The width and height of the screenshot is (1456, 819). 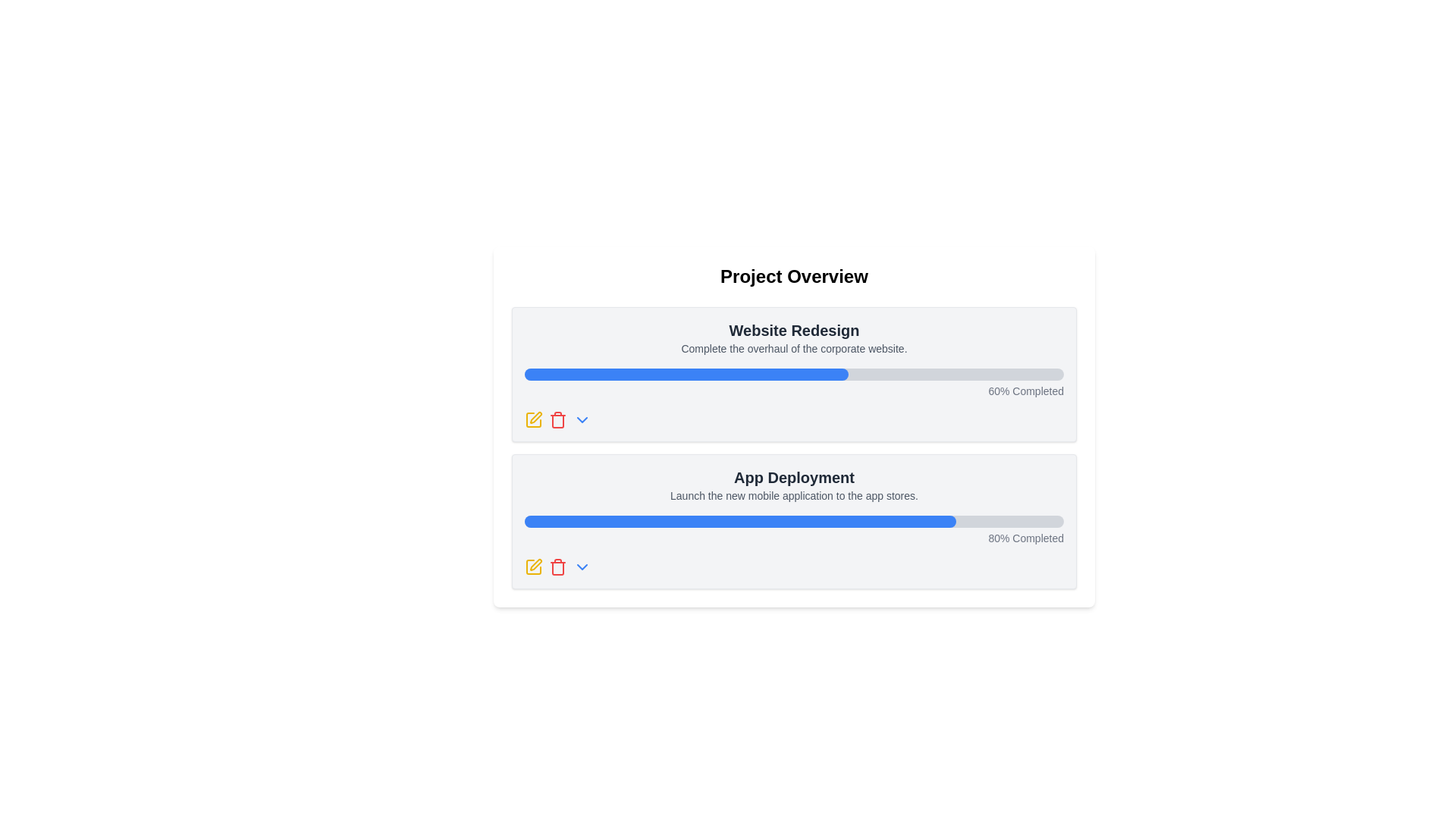 What do you see at coordinates (534, 420) in the screenshot?
I see `the square icon with a yellow outline and a pen icon, located below the 'Website Redesign' header, next to the progress bar` at bounding box center [534, 420].